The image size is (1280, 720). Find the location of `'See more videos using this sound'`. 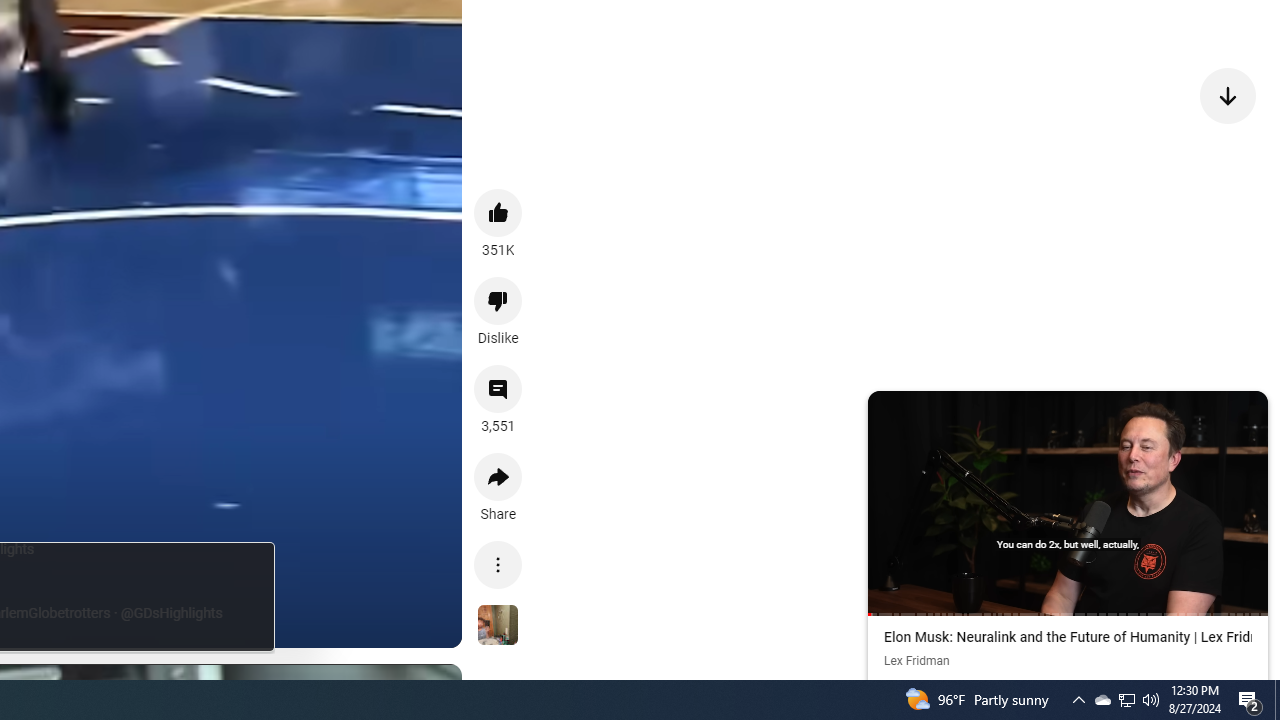

'See more videos using this sound' is located at coordinates (497, 625).